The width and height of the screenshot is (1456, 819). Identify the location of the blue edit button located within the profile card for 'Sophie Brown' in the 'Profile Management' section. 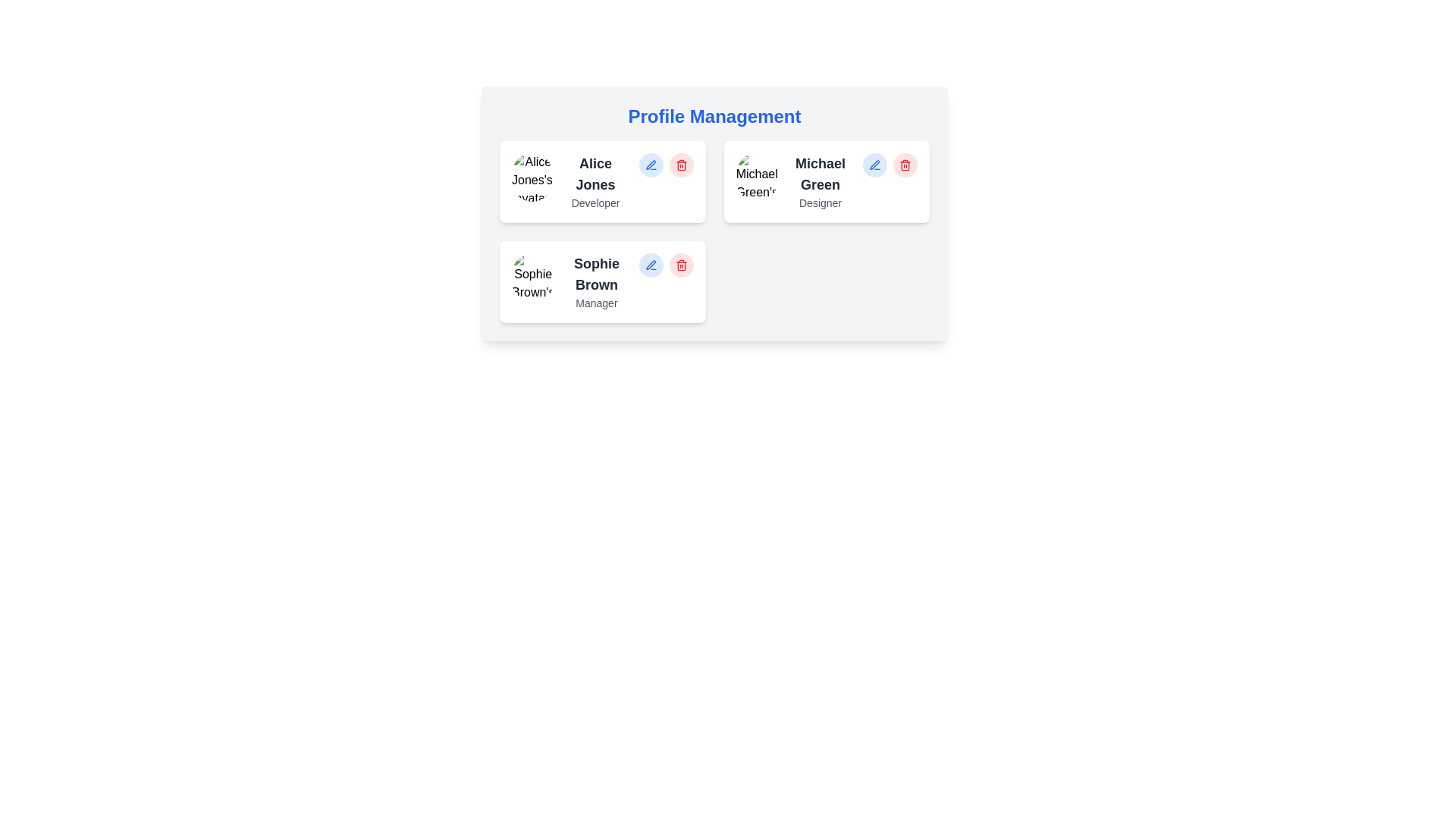
(666, 265).